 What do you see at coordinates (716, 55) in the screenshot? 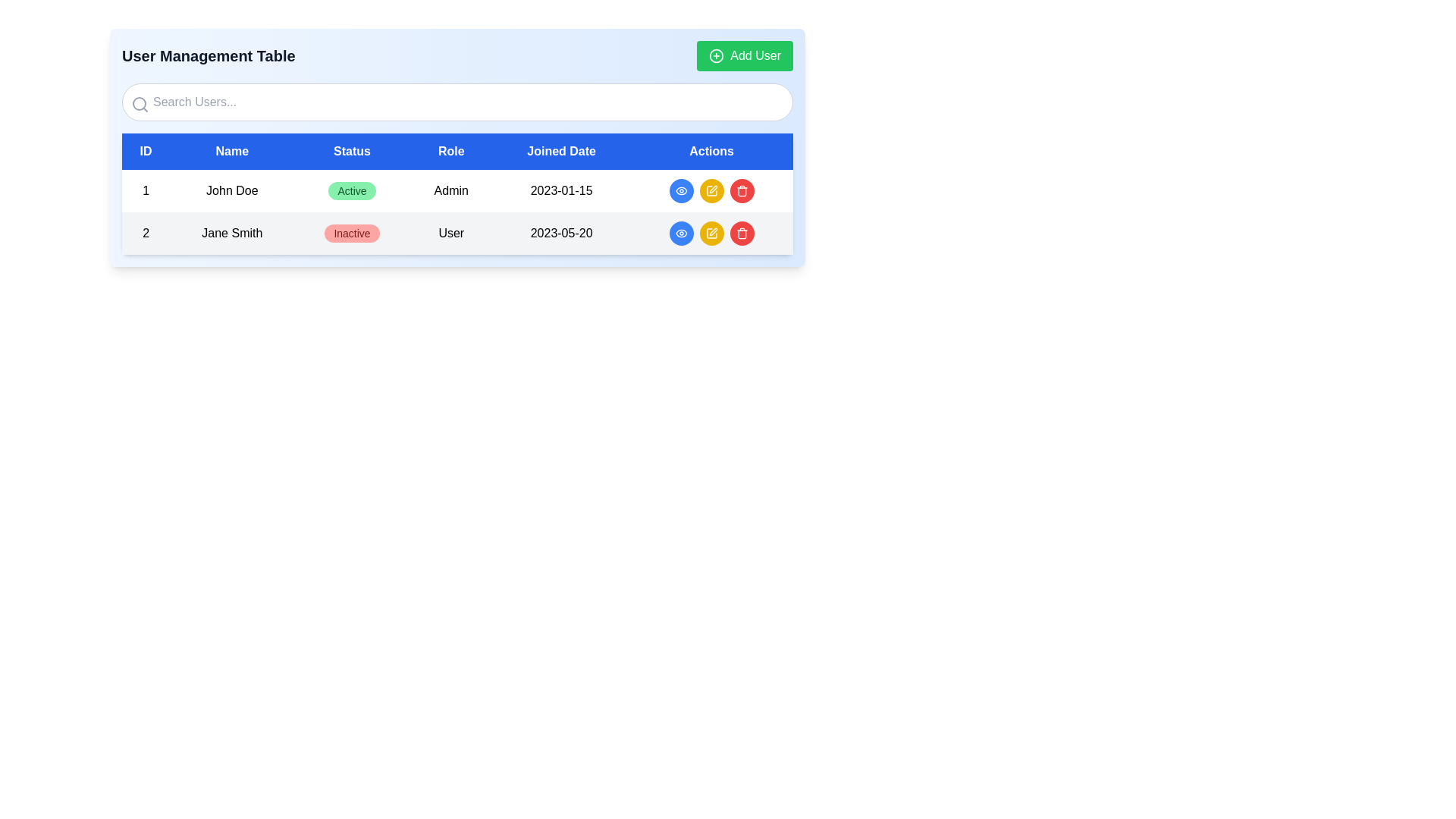
I see `the circular 'Add' icon with a plus sign inside, located to the left of the 'Add User' text in the green rectangular button at the top-right corner of the interface` at bounding box center [716, 55].